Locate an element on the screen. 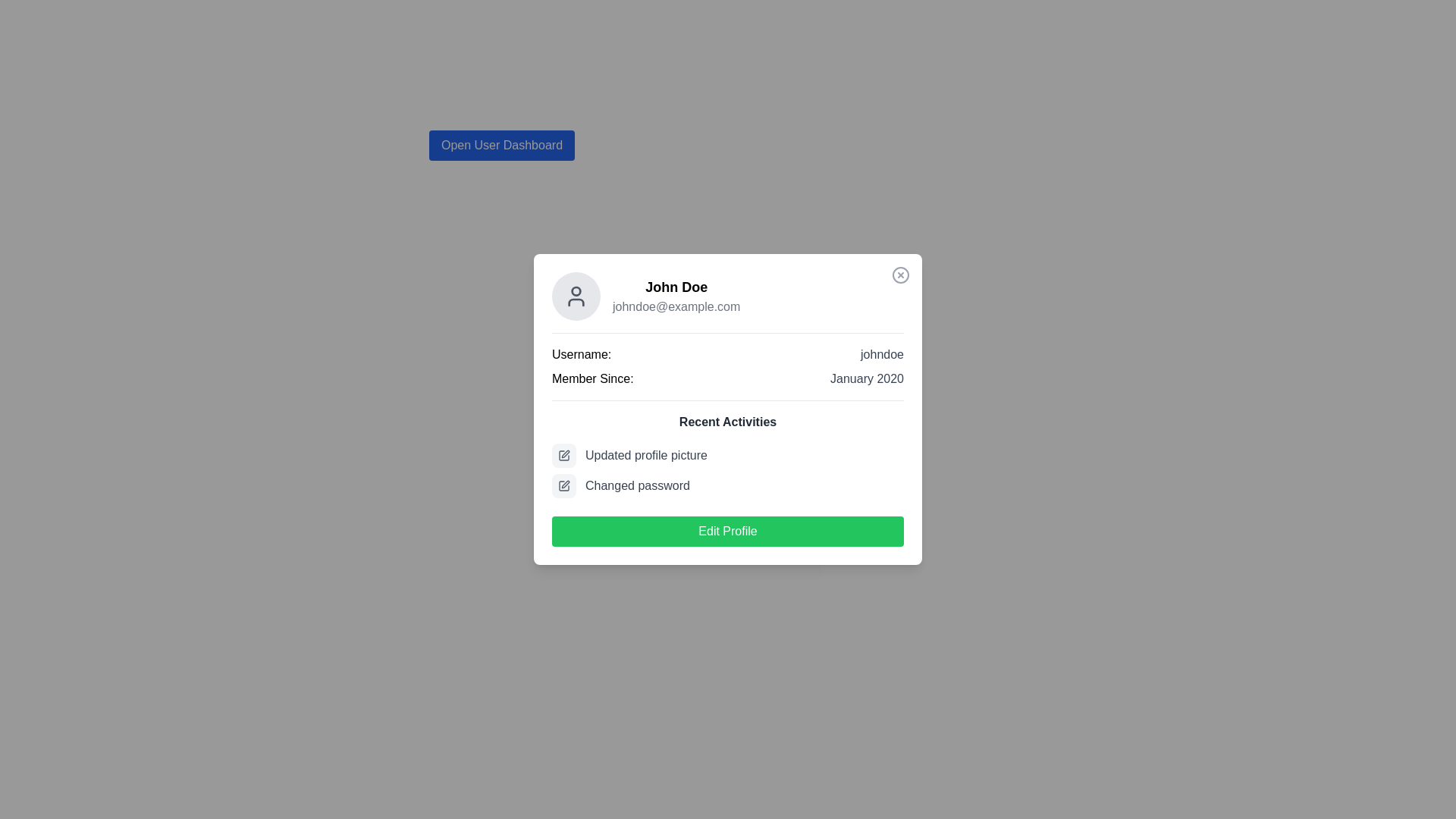 This screenshot has width=1456, height=819. the static text label that displays 'Changed password' in the 'Recent Activities' section is located at coordinates (637, 485).